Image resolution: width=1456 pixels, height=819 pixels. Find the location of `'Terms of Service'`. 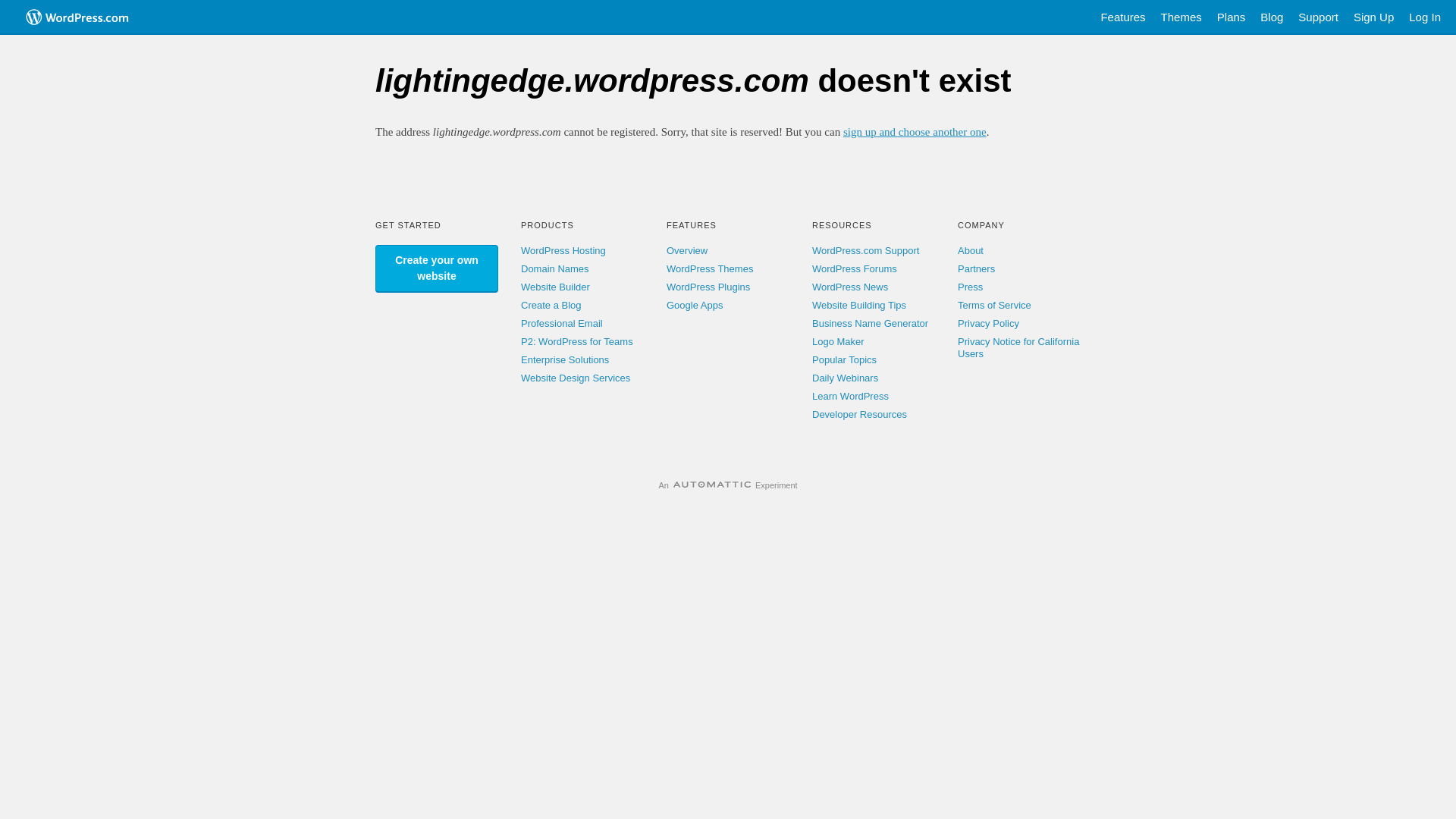

'Terms of Service' is located at coordinates (994, 305).